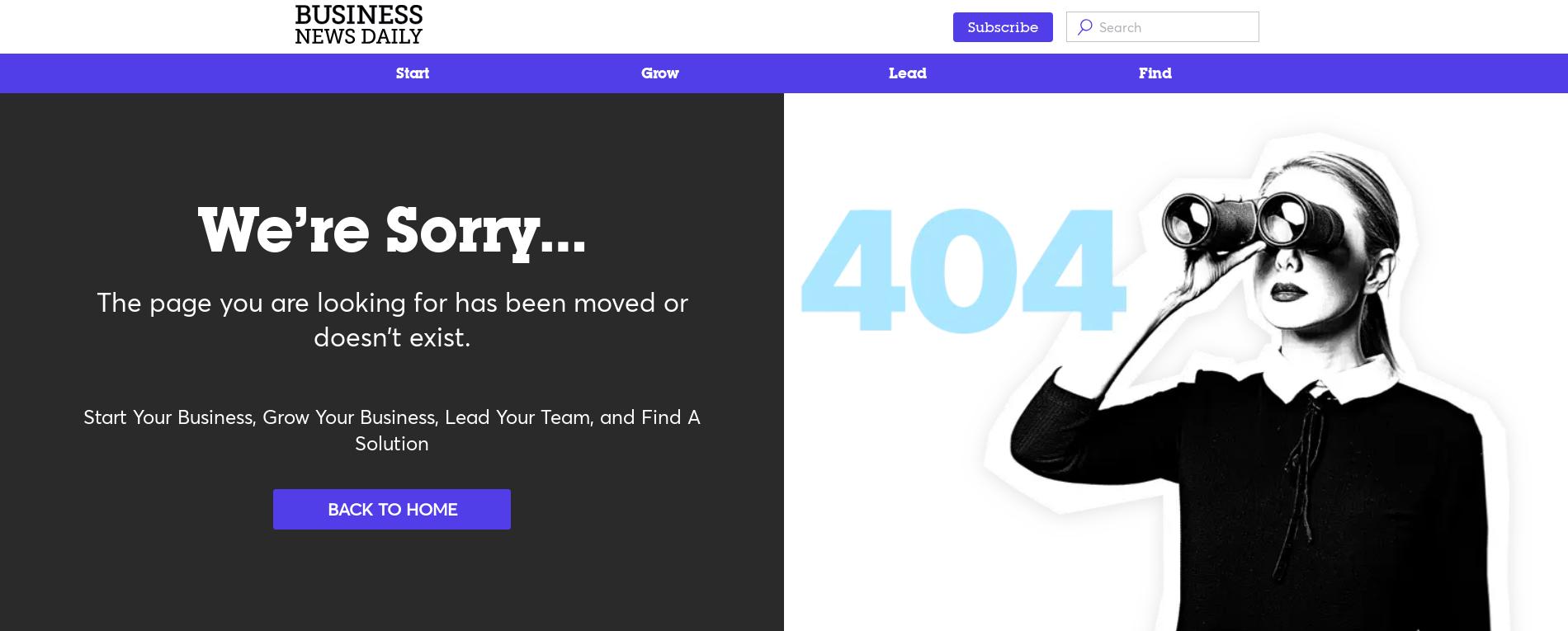 The width and height of the screenshot is (1568, 631). Describe the element at coordinates (314, 124) in the screenshot. I see `'Best Accounting Software and Invoice Generators of 2023'` at that location.